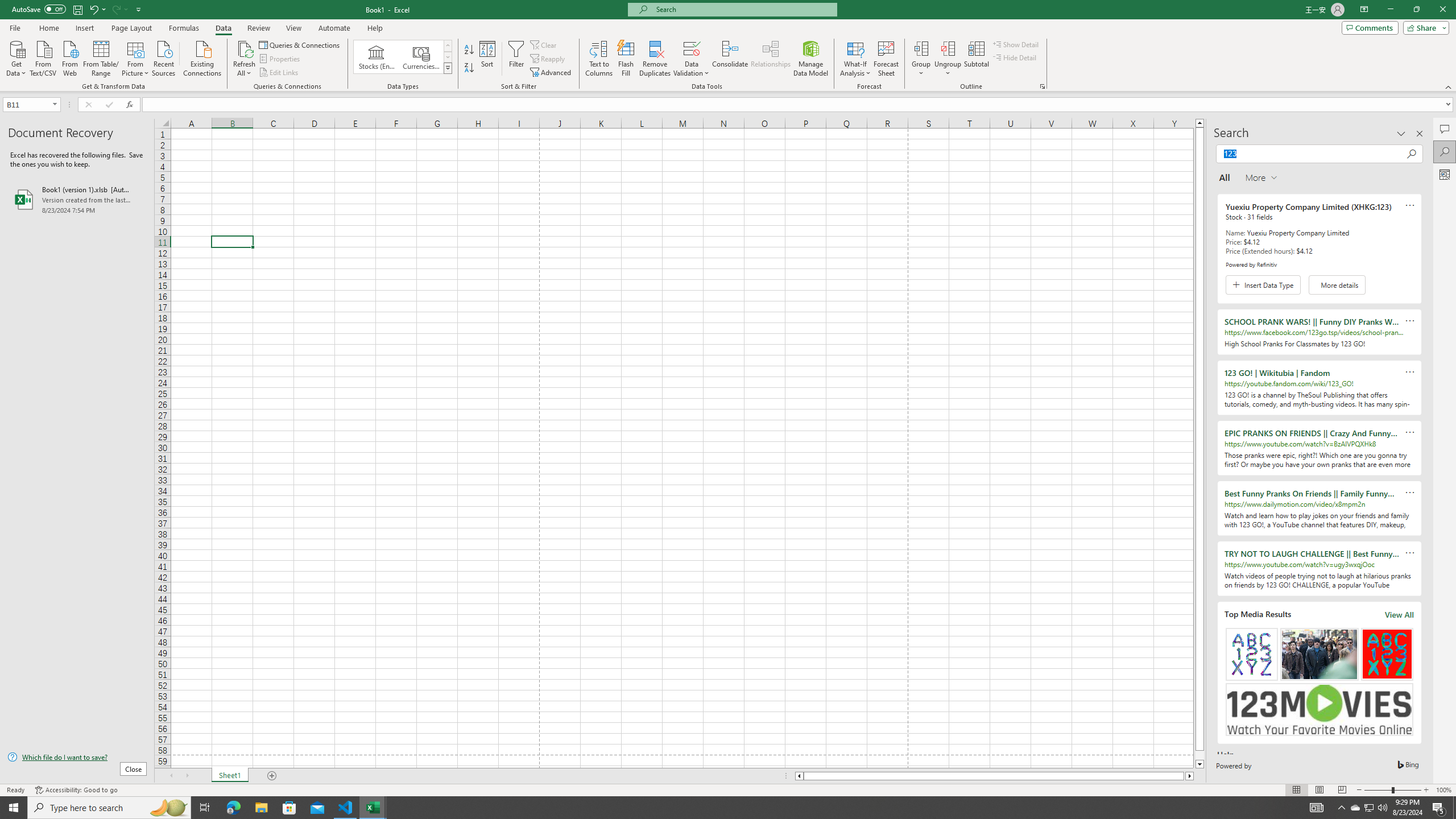  What do you see at coordinates (1296, 790) in the screenshot?
I see `'Normal'` at bounding box center [1296, 790].